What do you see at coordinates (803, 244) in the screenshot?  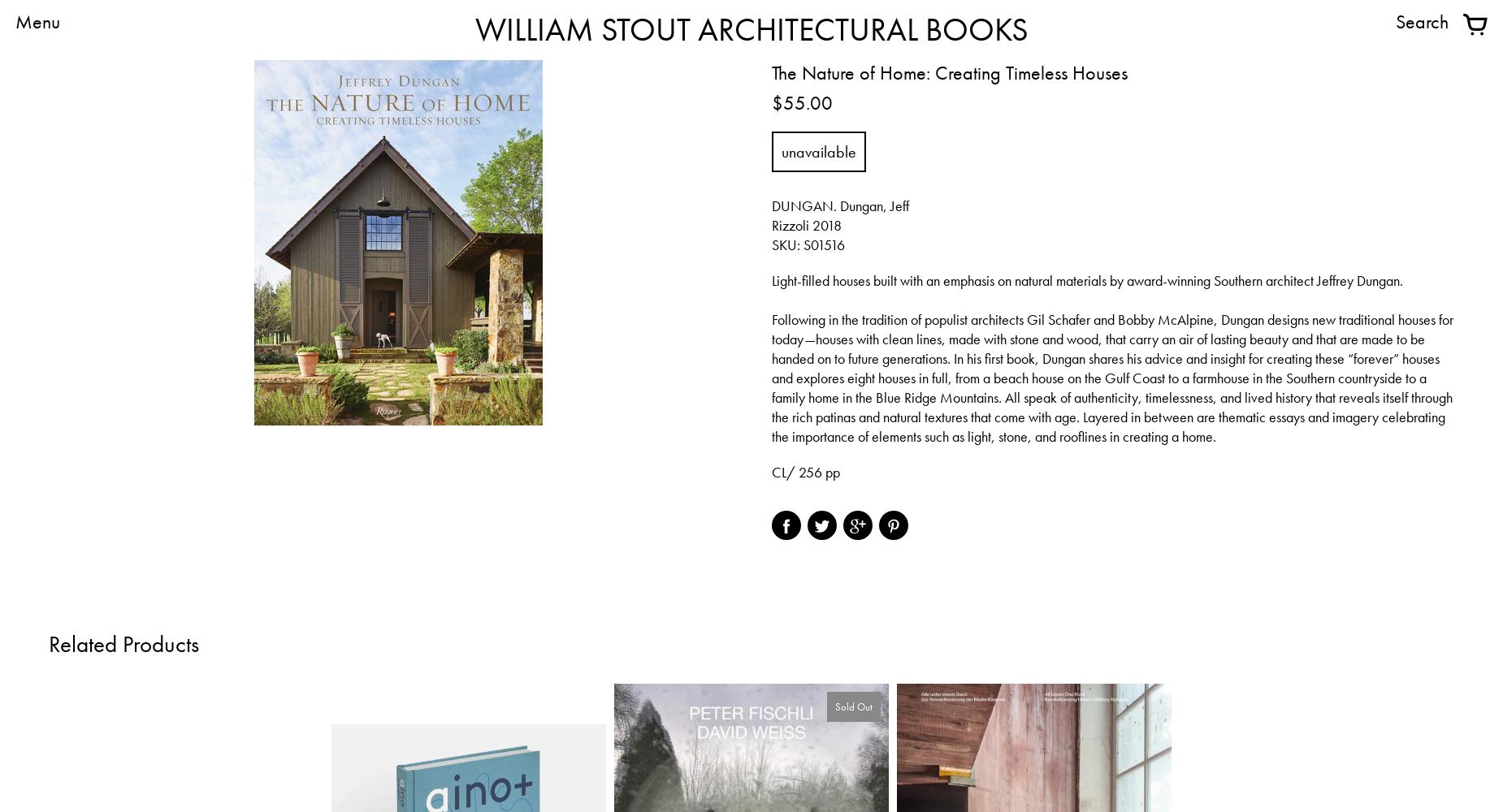 I see `'S01516'` at bounding box center [803, 244].